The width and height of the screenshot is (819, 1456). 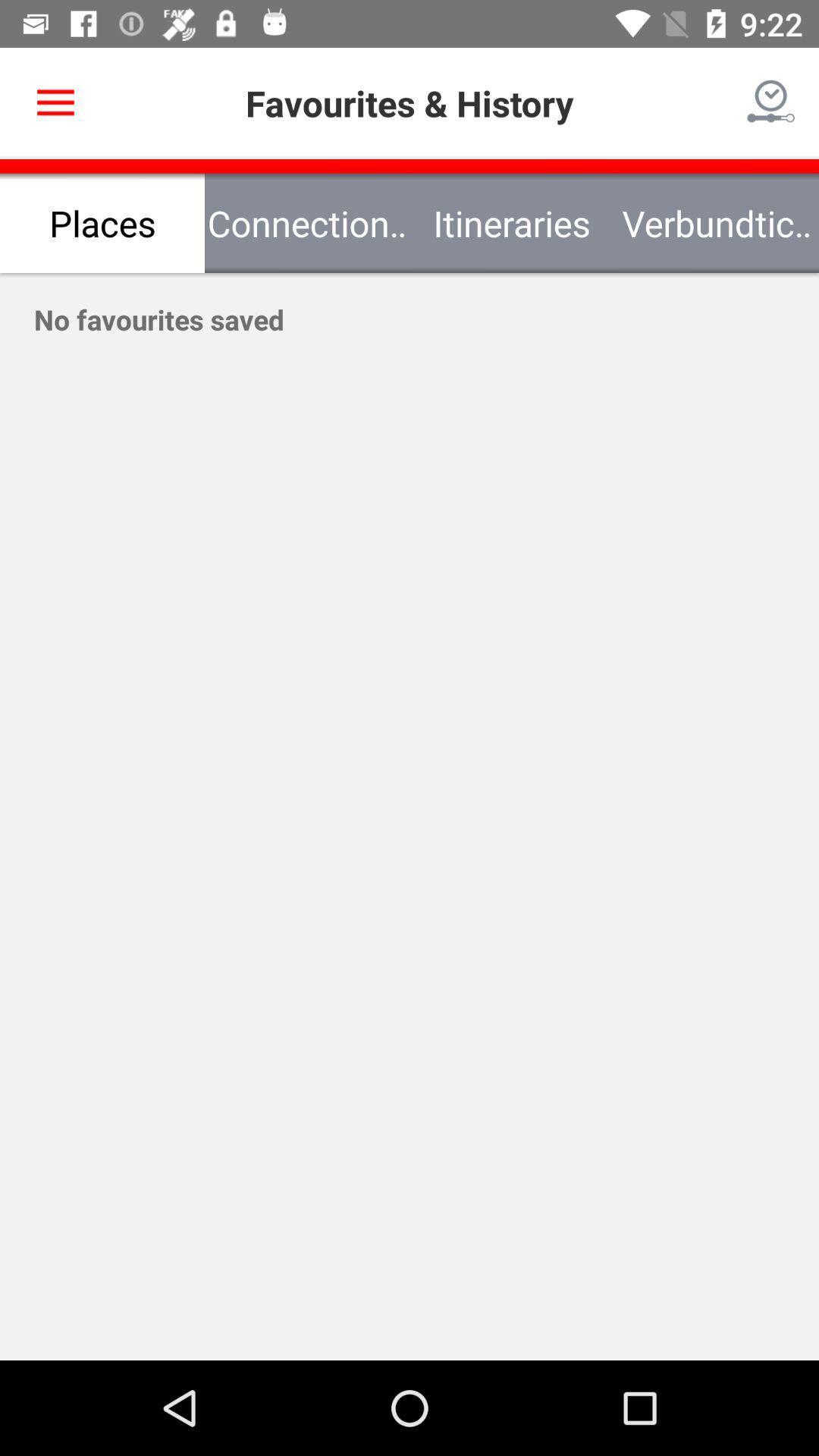 I want to click on icon next to connection requests icon, so click(x=55, y=102).